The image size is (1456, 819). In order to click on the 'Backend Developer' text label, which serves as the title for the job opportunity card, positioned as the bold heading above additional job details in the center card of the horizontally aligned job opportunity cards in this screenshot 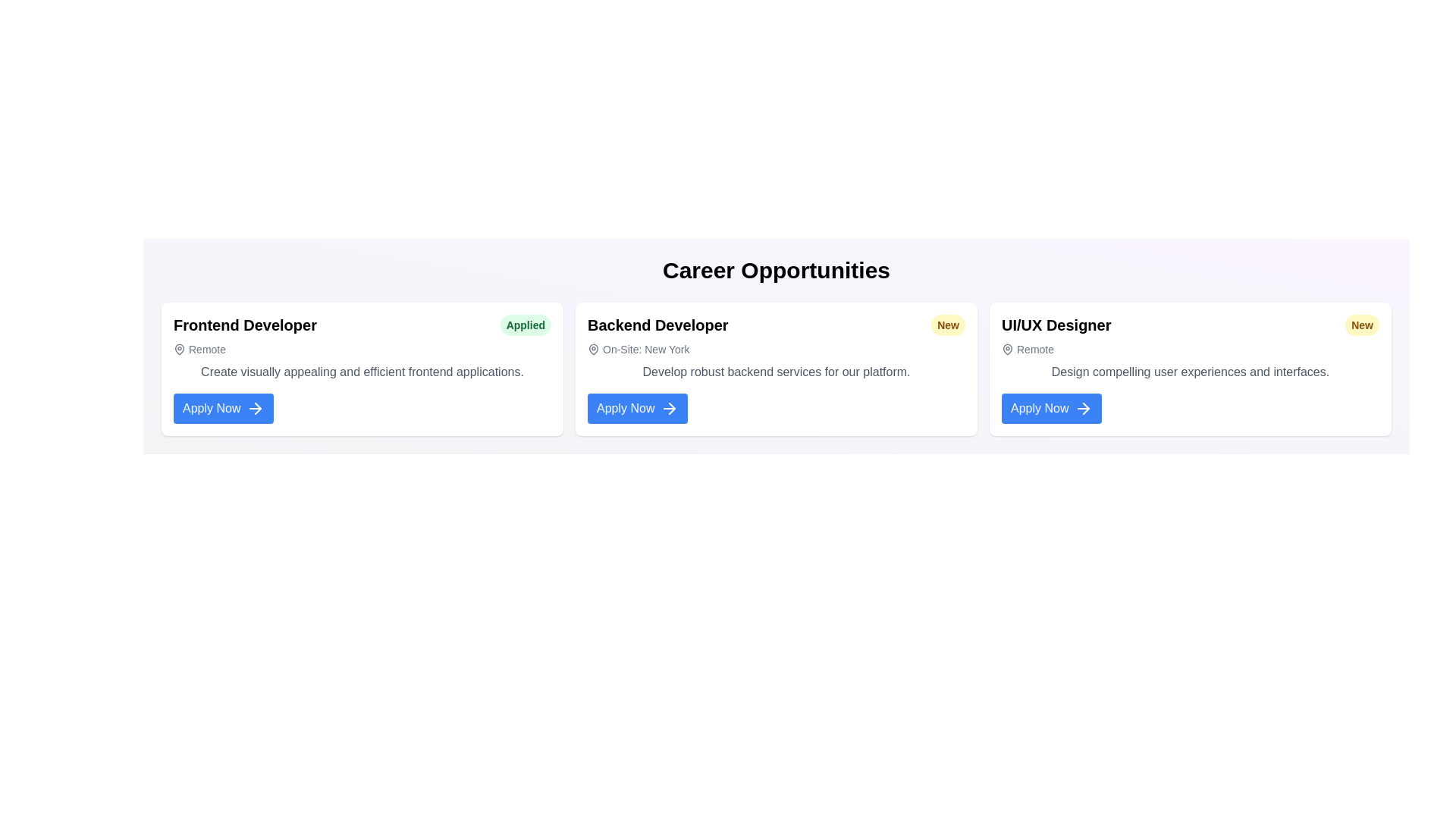, I will do `click(657, 324)`.